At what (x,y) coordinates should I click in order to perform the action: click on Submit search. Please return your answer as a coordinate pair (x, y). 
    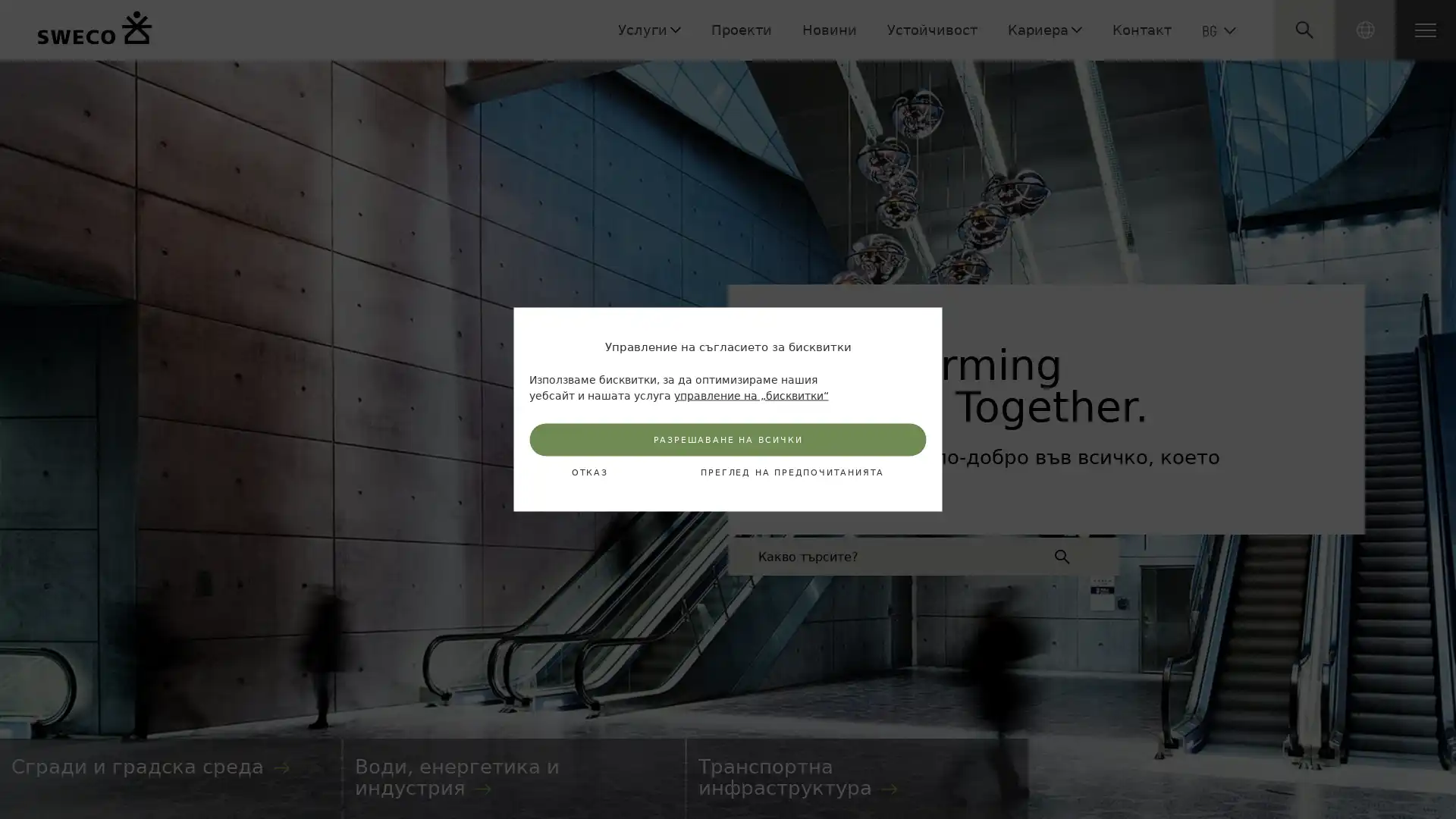
    Looking at the image, I should click on (1332, 167).